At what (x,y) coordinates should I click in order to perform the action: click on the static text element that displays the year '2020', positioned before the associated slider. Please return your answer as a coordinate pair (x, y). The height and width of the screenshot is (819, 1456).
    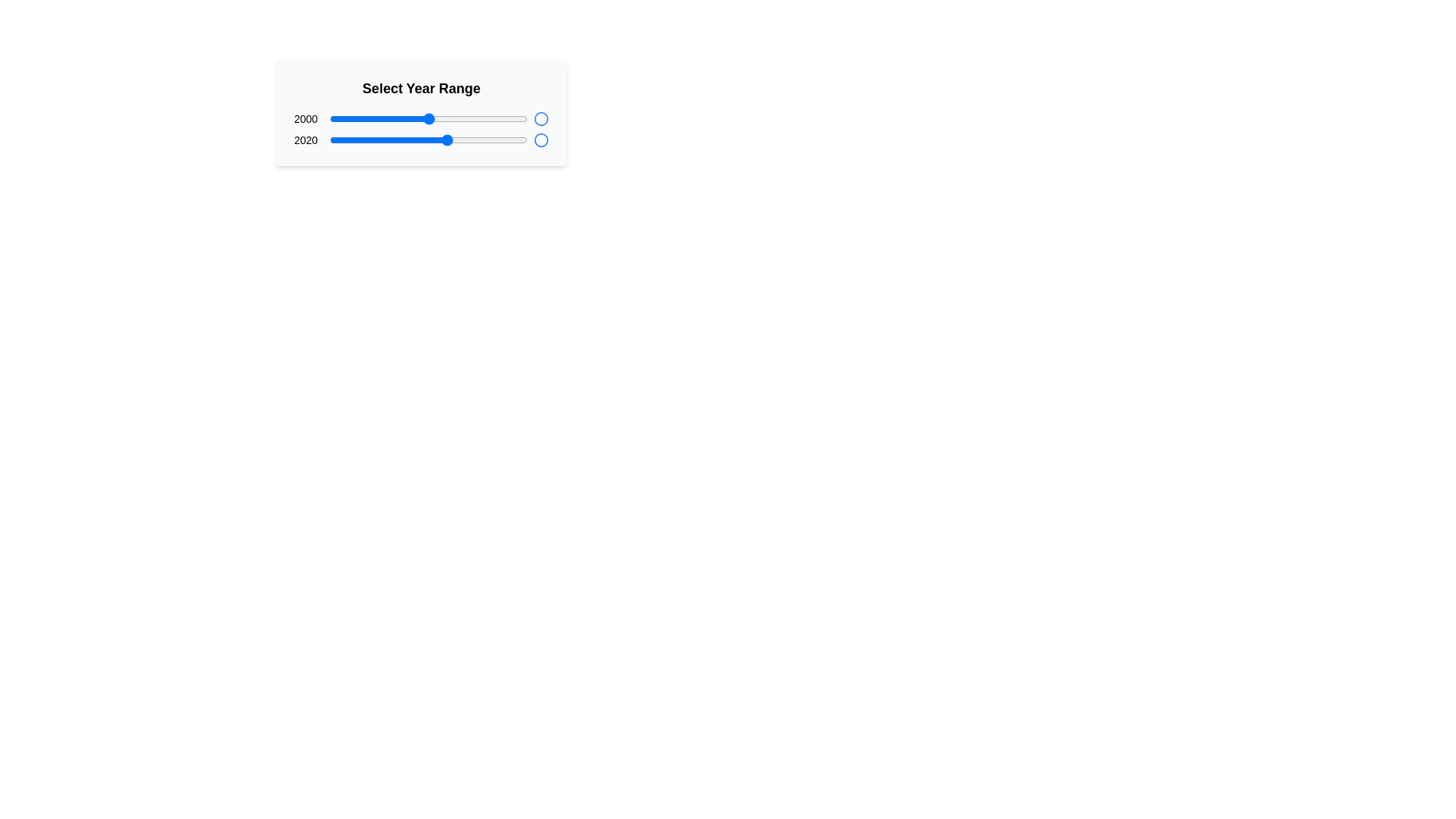
    Looking at the image, I should click on (305, 140).